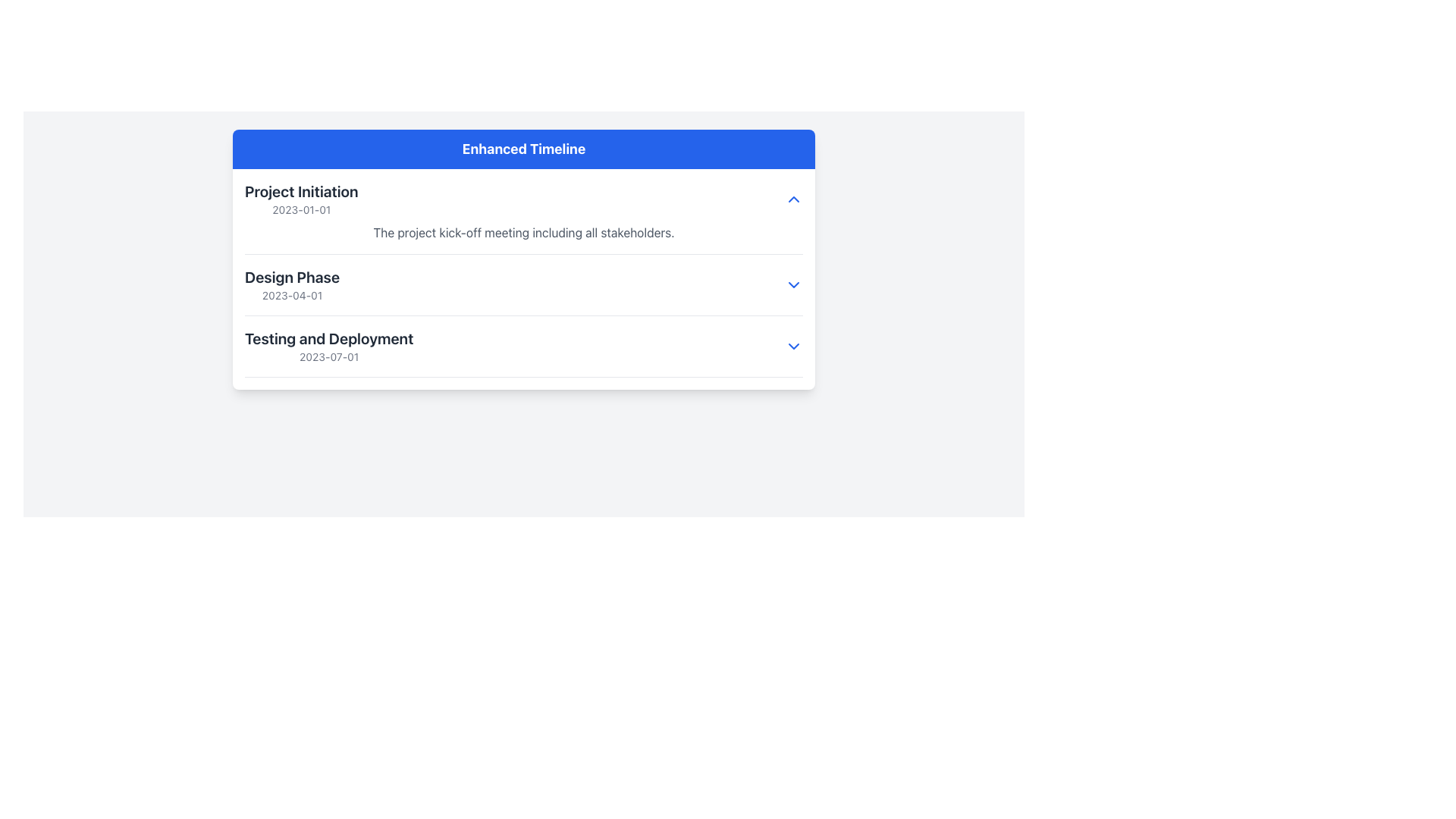  Describe the element at coordinates (301, 198) in the screenshot. I see `the content of the first entry in the 'Enhanced Timeline' list, which includes a title and subtitle format indicating the name of the phase and its date` at that location.